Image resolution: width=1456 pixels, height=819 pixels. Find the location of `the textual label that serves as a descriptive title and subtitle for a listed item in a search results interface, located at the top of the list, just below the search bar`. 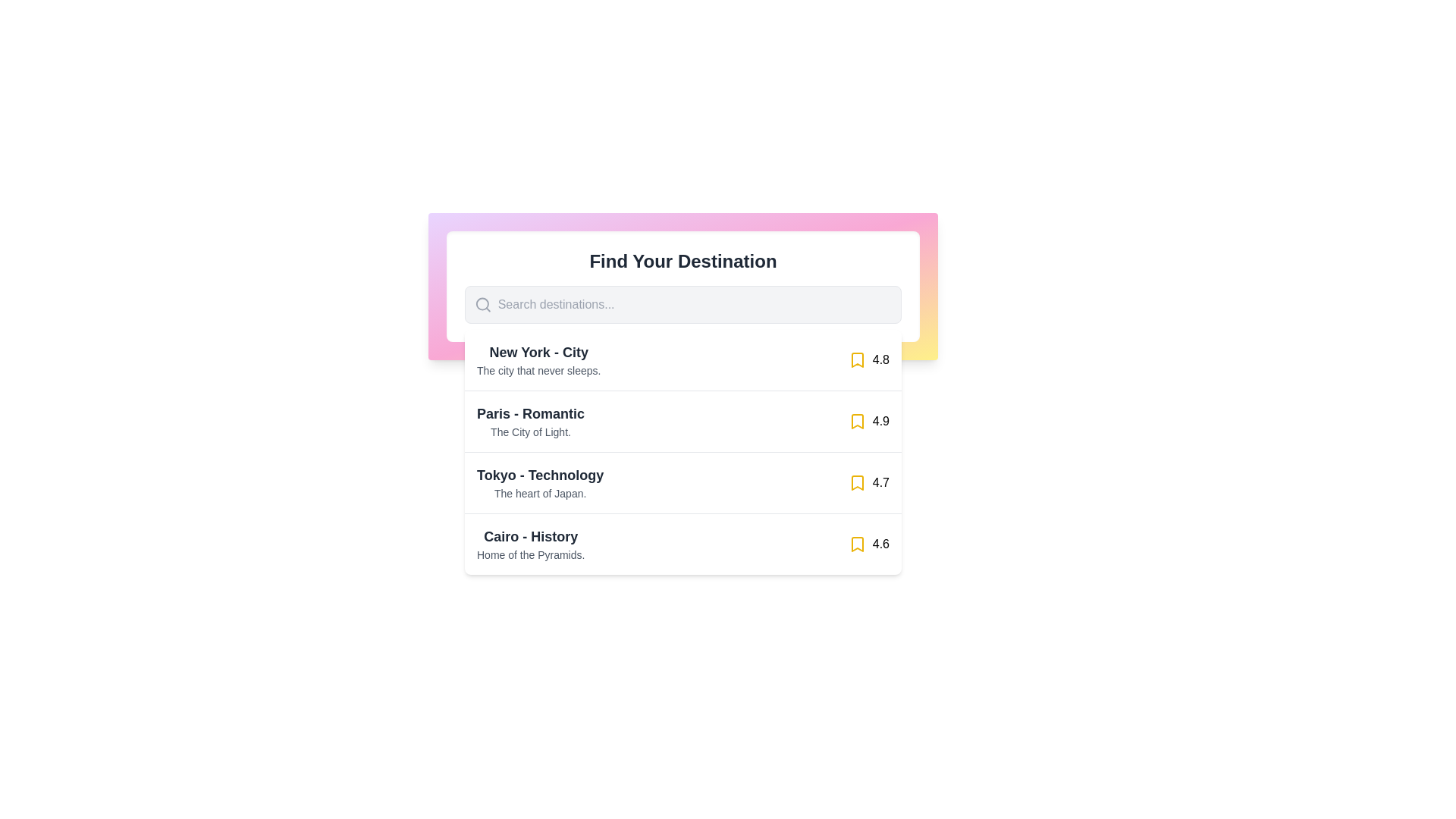

the textual label that serves as a descriptive title and subtitle for a listed item in a search results interface, located at the top of the list, just below the search bar is located at coordinates (538, 359).